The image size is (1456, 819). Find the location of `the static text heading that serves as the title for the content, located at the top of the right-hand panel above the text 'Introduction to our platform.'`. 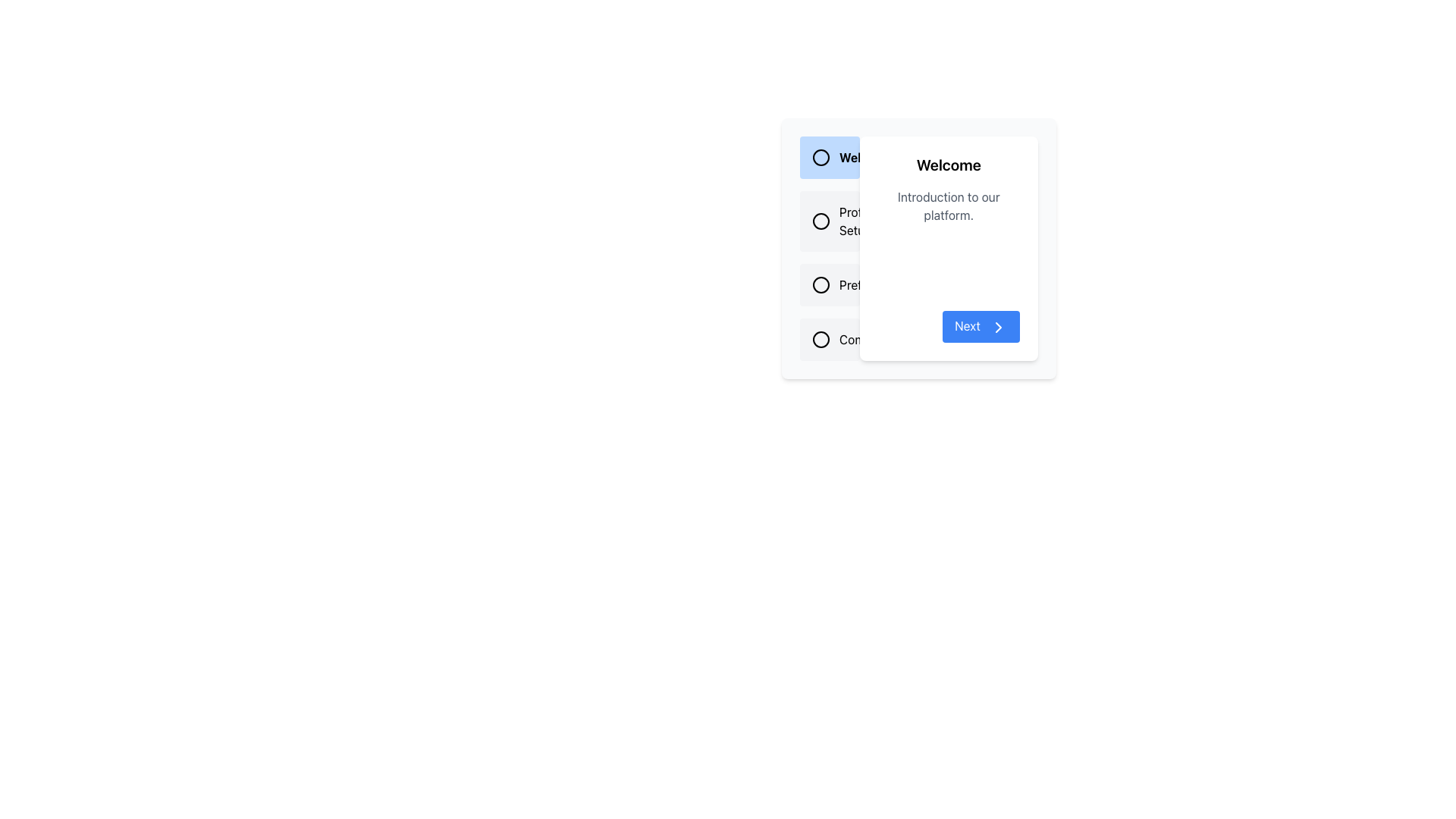

the static text heading that serves as the title for the content, located at the top of the right-hand panel above the text 'Introduction to our platform.' is located at coordinates (948, 165).